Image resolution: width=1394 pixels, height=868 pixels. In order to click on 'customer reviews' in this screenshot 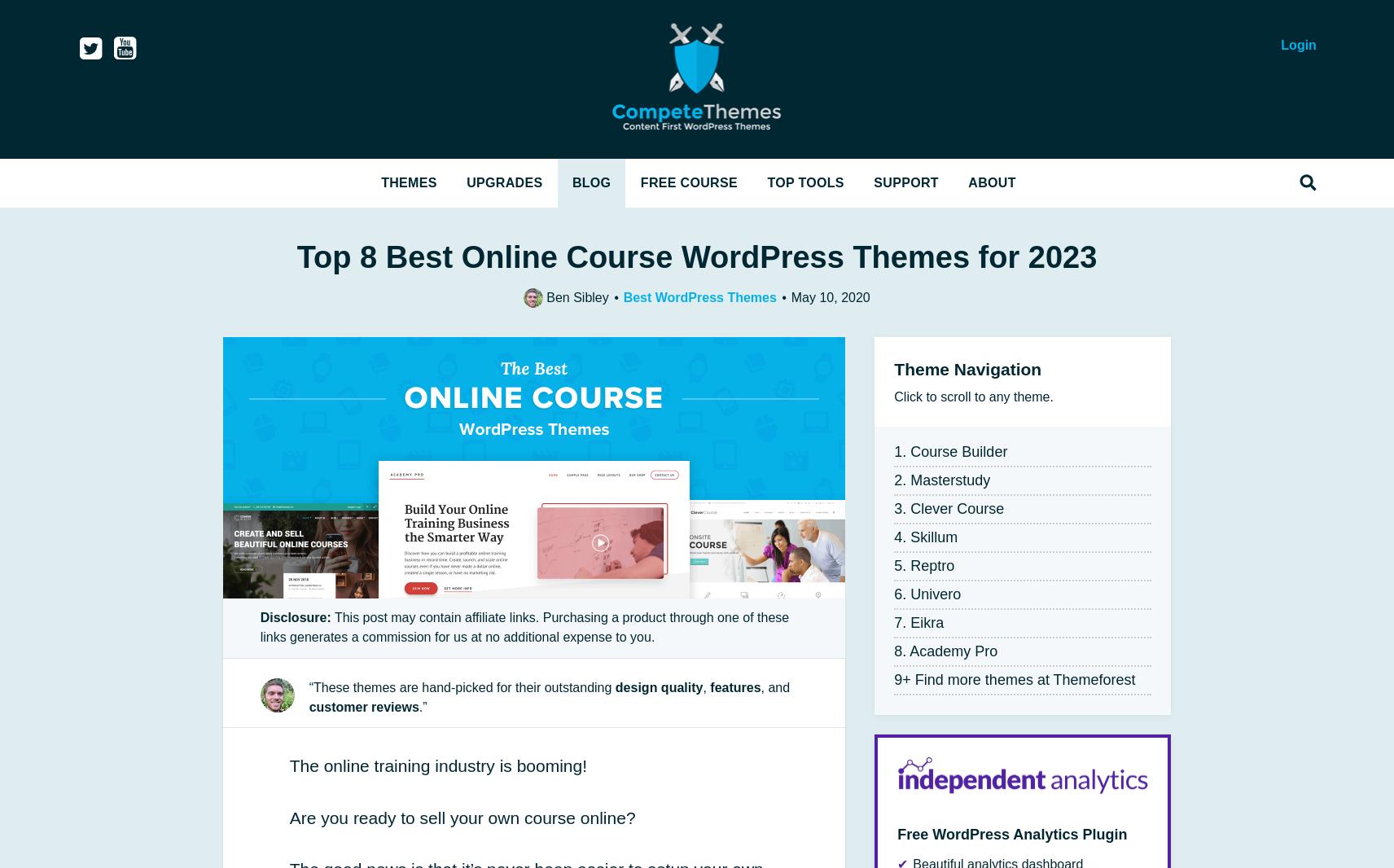, I will do `click(362, 706)`.